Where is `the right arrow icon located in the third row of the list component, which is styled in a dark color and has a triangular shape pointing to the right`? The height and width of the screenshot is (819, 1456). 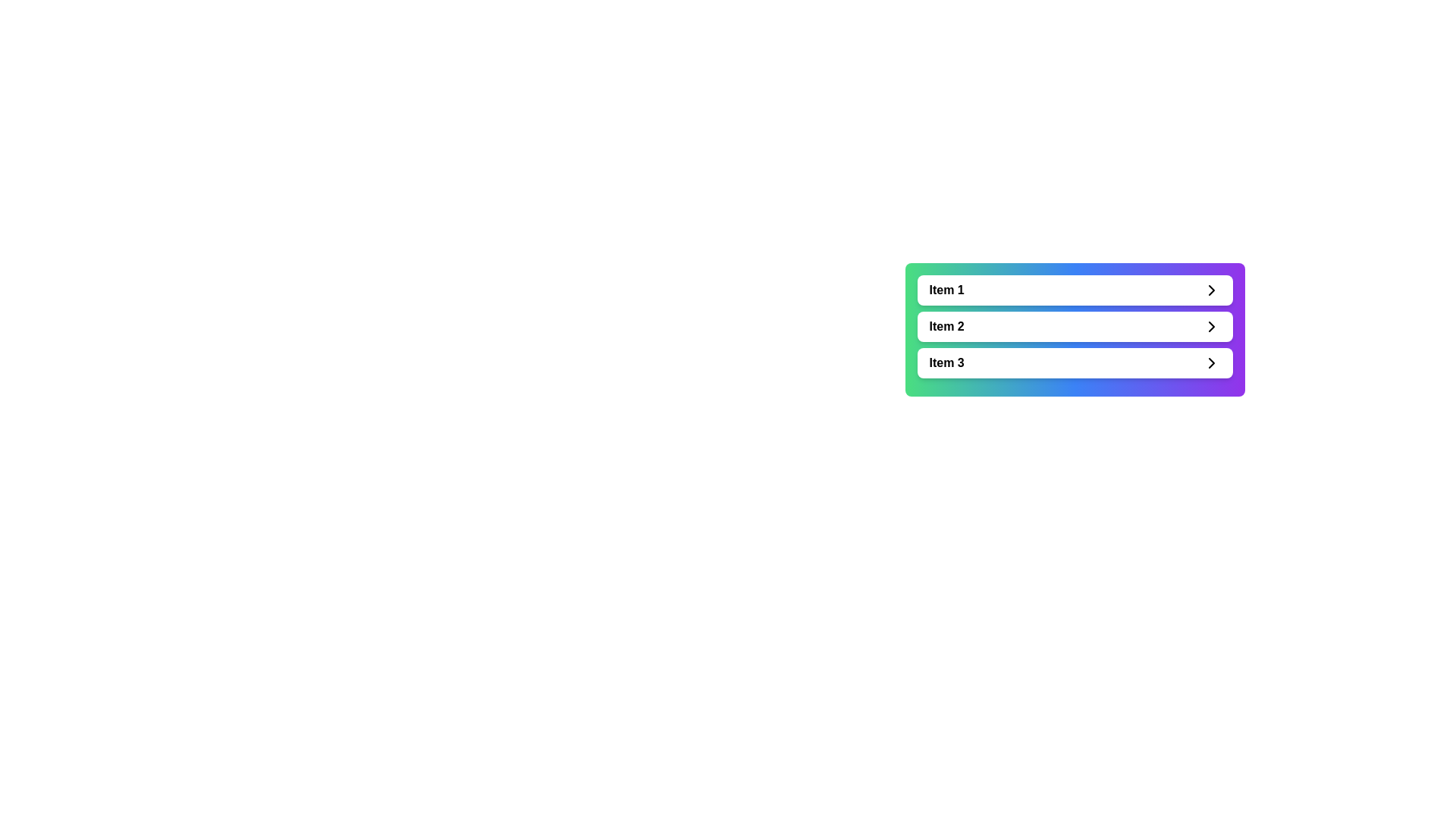
the right arrow icon located in the third row of the list component, which is styled in a dark color and has a triangular shape pointing to the right is located at coordinates (1210, 362).